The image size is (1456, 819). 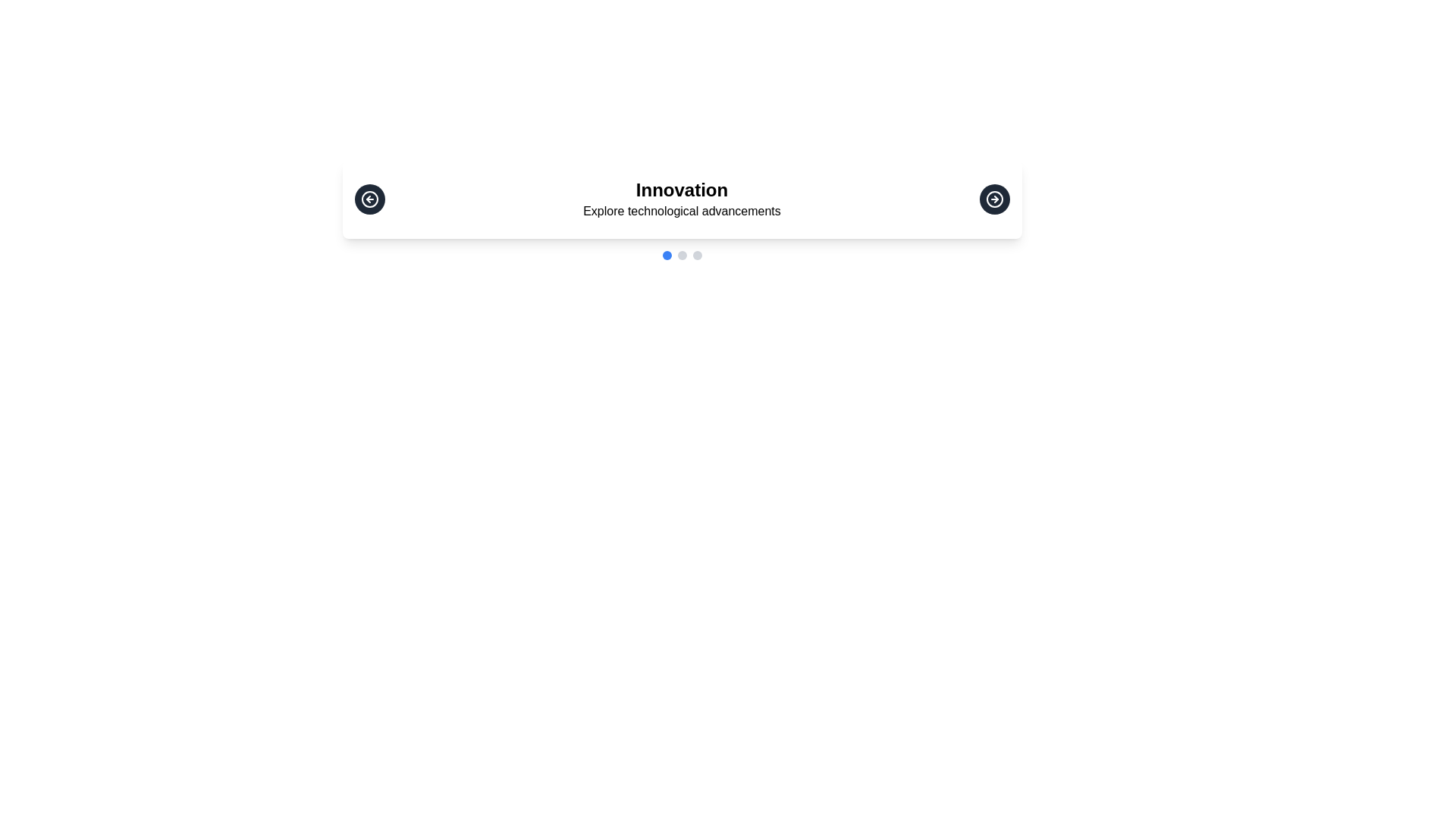 What do you see at coordinates (681, 254) in the screenshot?
I see `the second circular indicator, which represents an inactive state in the series of indicators below the title 'Innovation'` at bounding box center [681, 254].